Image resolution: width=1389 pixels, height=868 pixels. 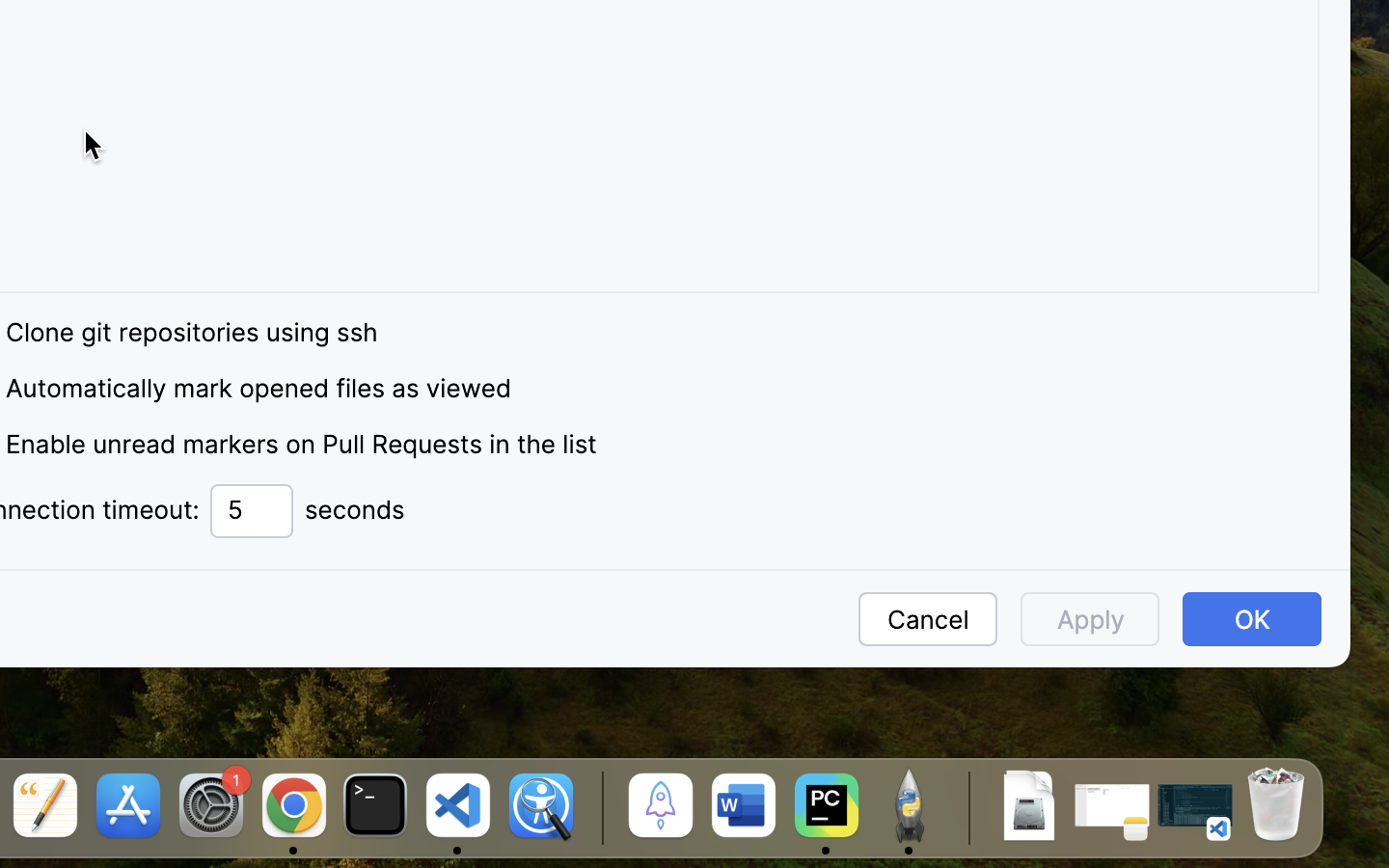 I want to click on 'seconds', so click(x=354, y=509).